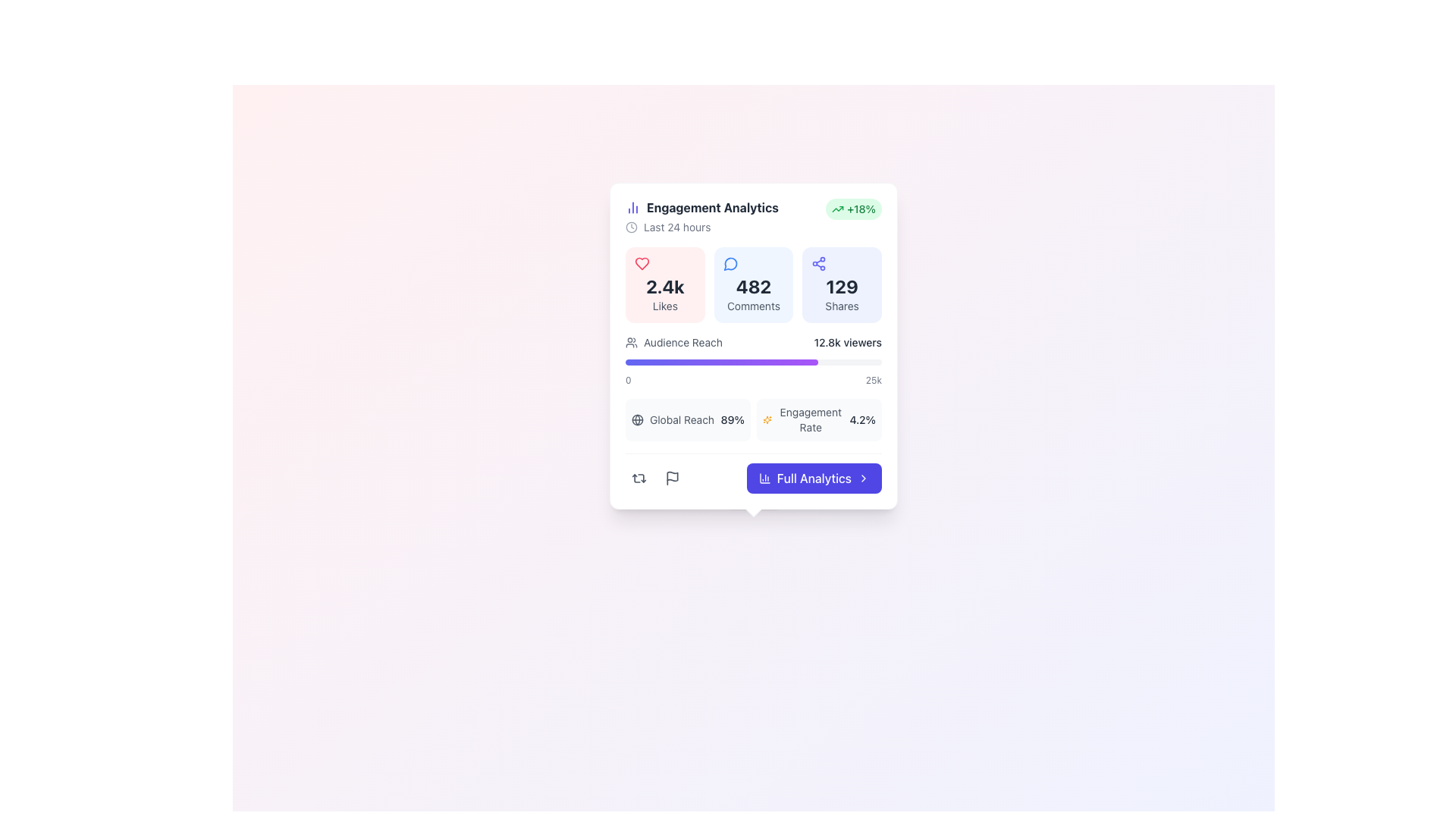 Image resolution: width=1456 pixels, height=819 pixels. Describe the element at coordinates (720, 362) in the screenshot. I see `the progress bar segment filled with a gradient color transitioning from indigo to purple, which occupies the first three-quarters of the progress bar below the 'Audience Reach' label` at that location.